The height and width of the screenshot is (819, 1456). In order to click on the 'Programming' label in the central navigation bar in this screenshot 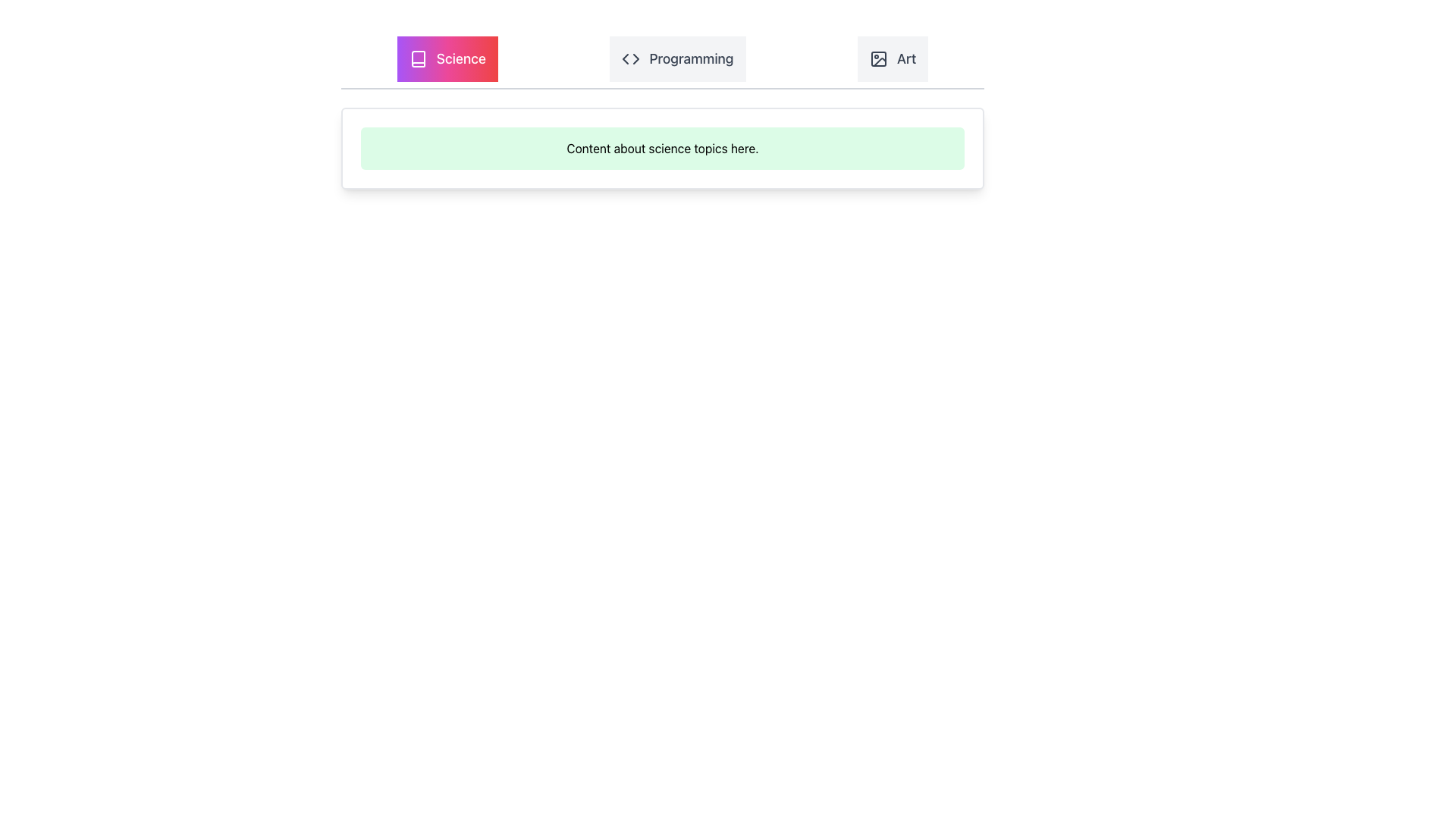, I will do `click(691, 58)`.